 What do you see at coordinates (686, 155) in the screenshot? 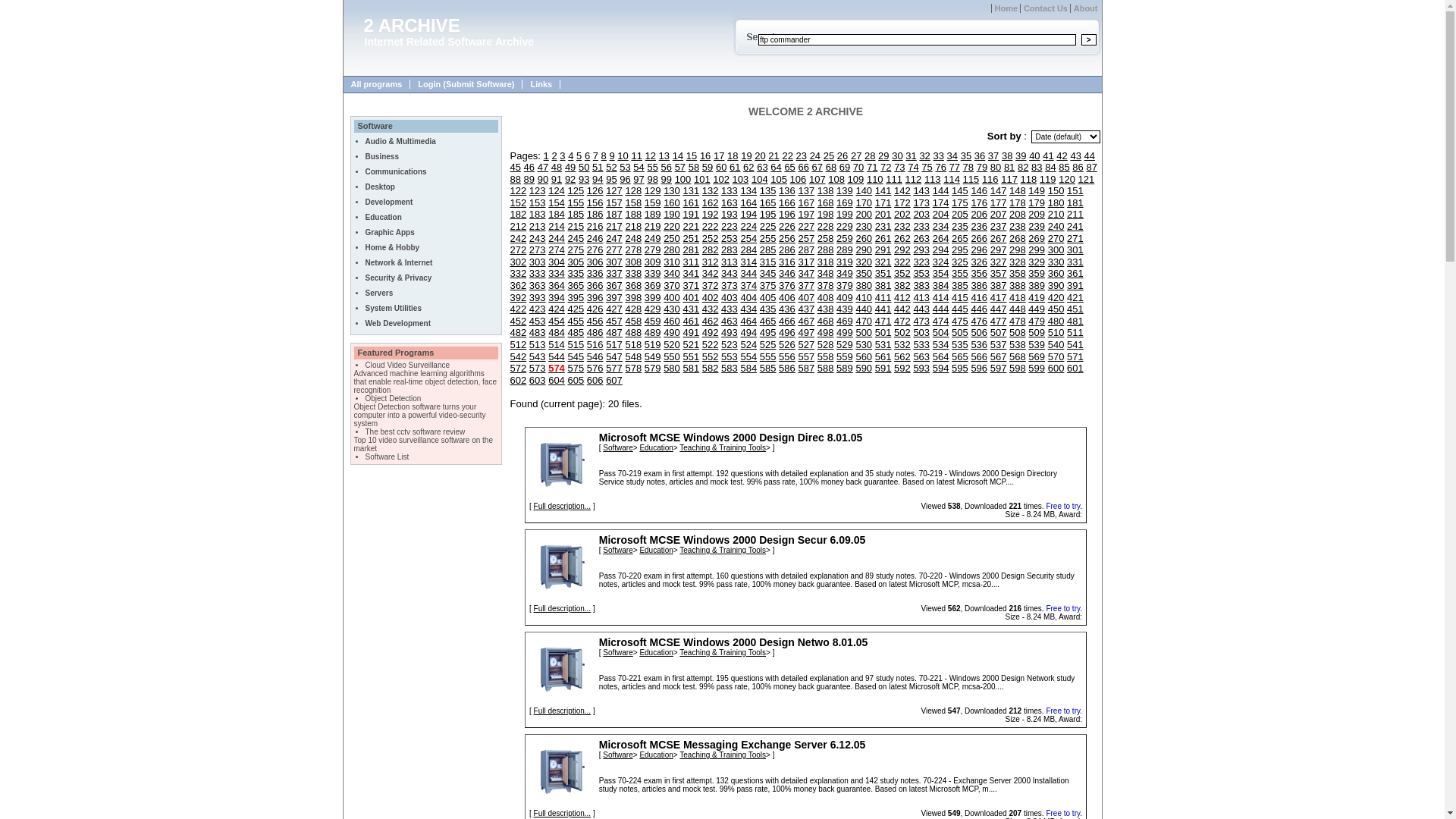
I see `'15'` at bounding box center [686, 155].